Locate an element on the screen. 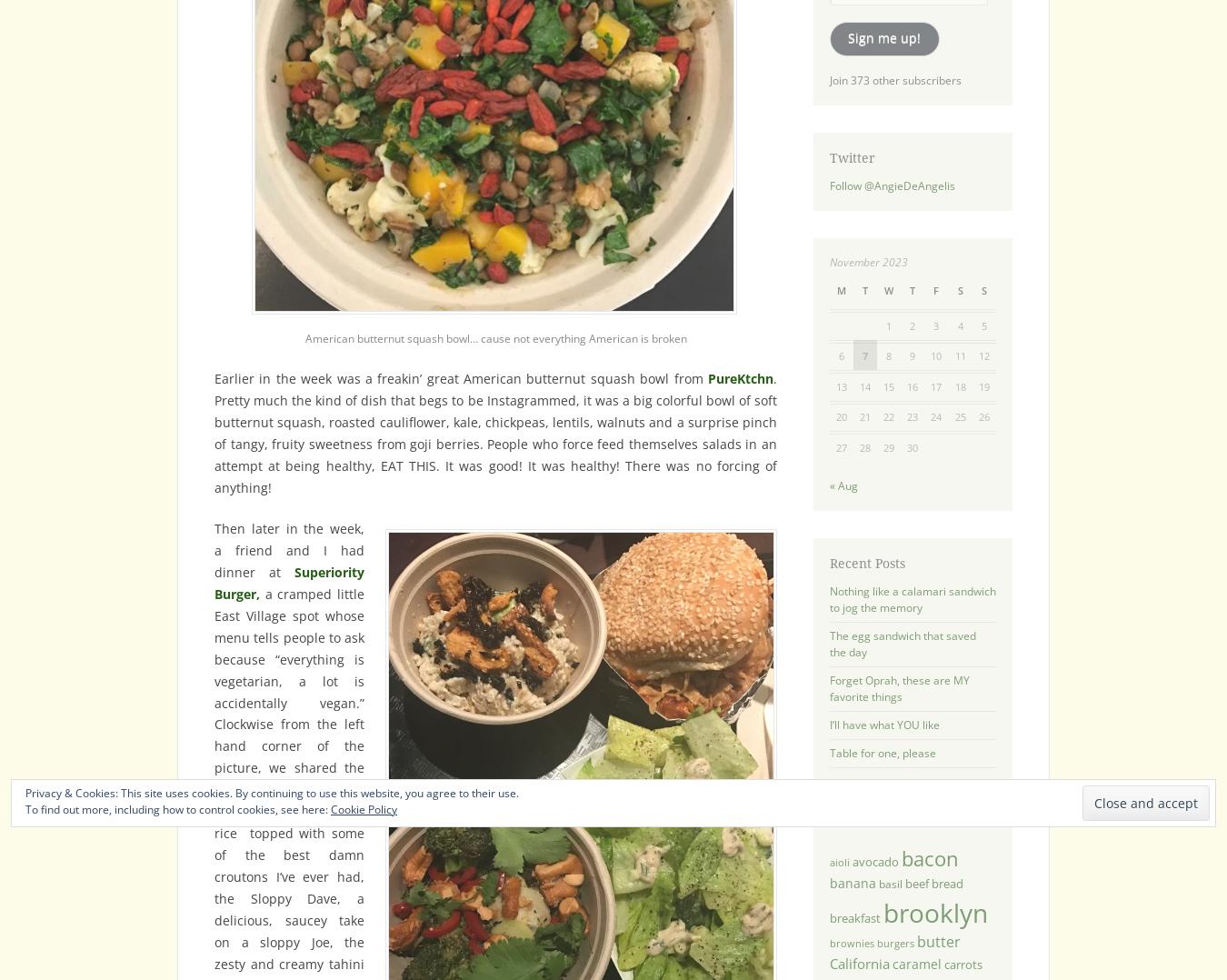 This screenshot has height=980, width=1227. 'Earlier in the week was a freakin’ great American butternut squash bowl from' is located at coordinates (460, 376).